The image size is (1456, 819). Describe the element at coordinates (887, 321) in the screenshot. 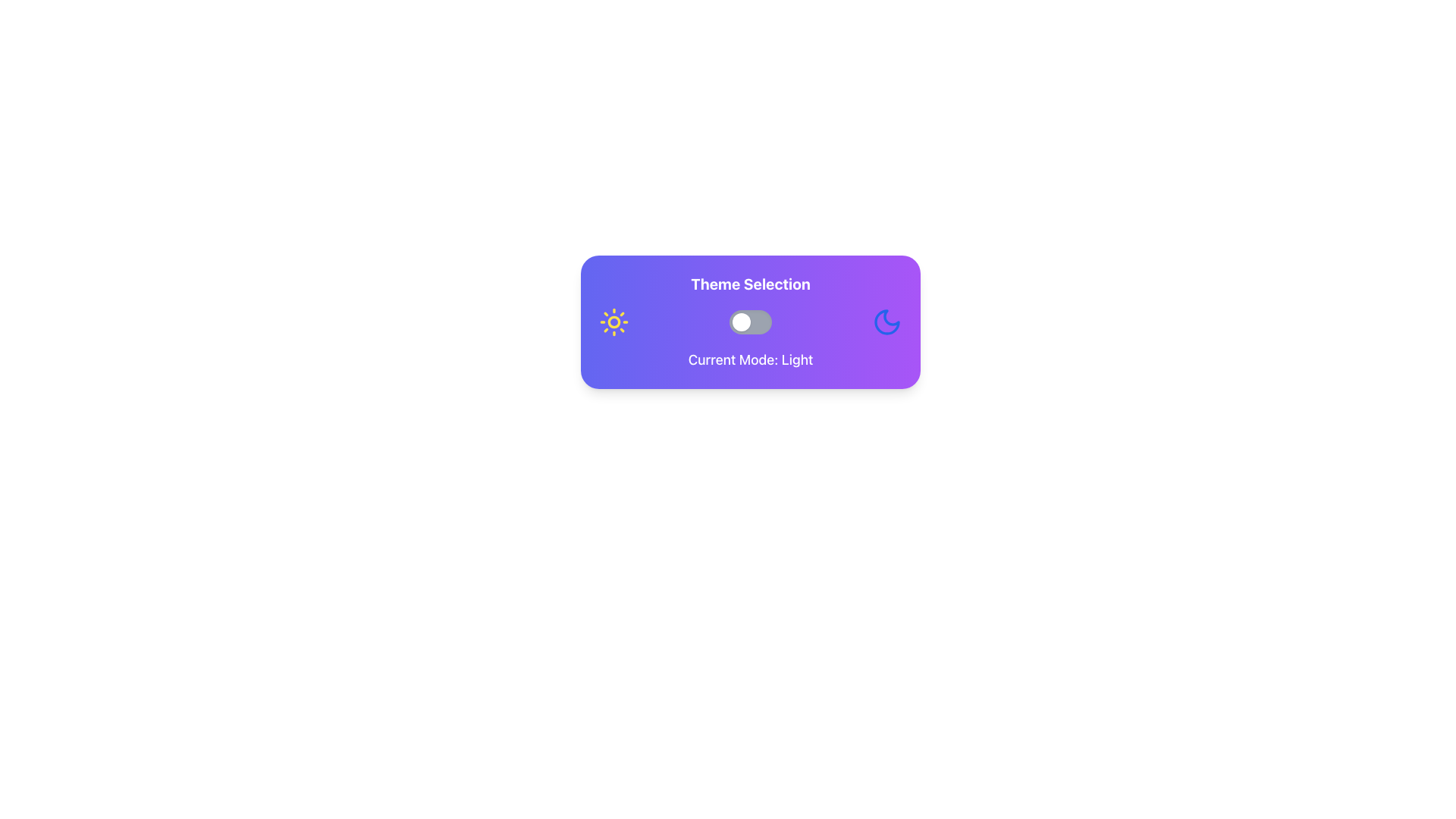

I see `the crescent moon icon, which is styled prominently in blue and located on the rightmost area of the theme selector interface` at that location.